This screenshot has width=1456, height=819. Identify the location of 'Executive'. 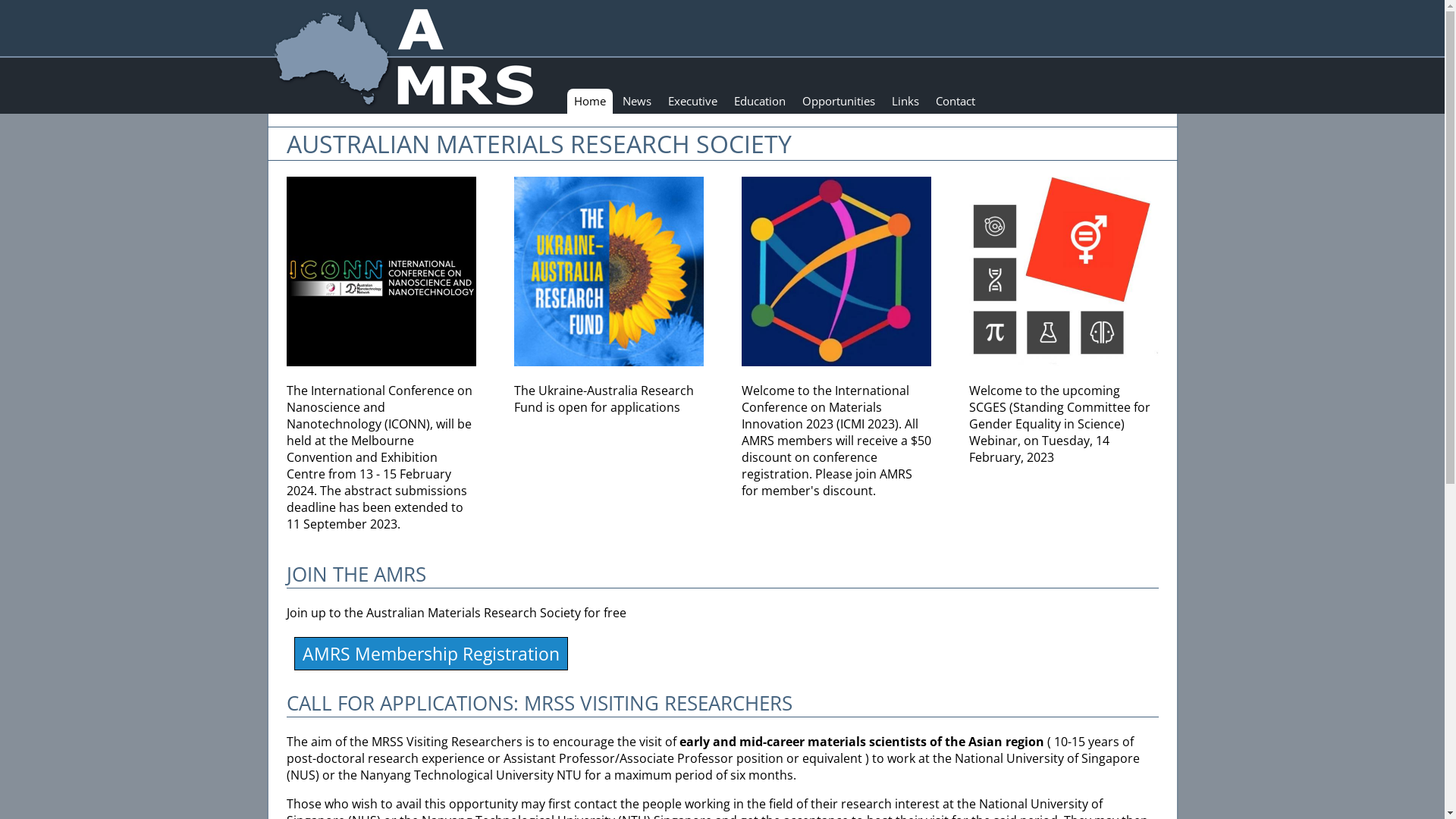
(692, 101).